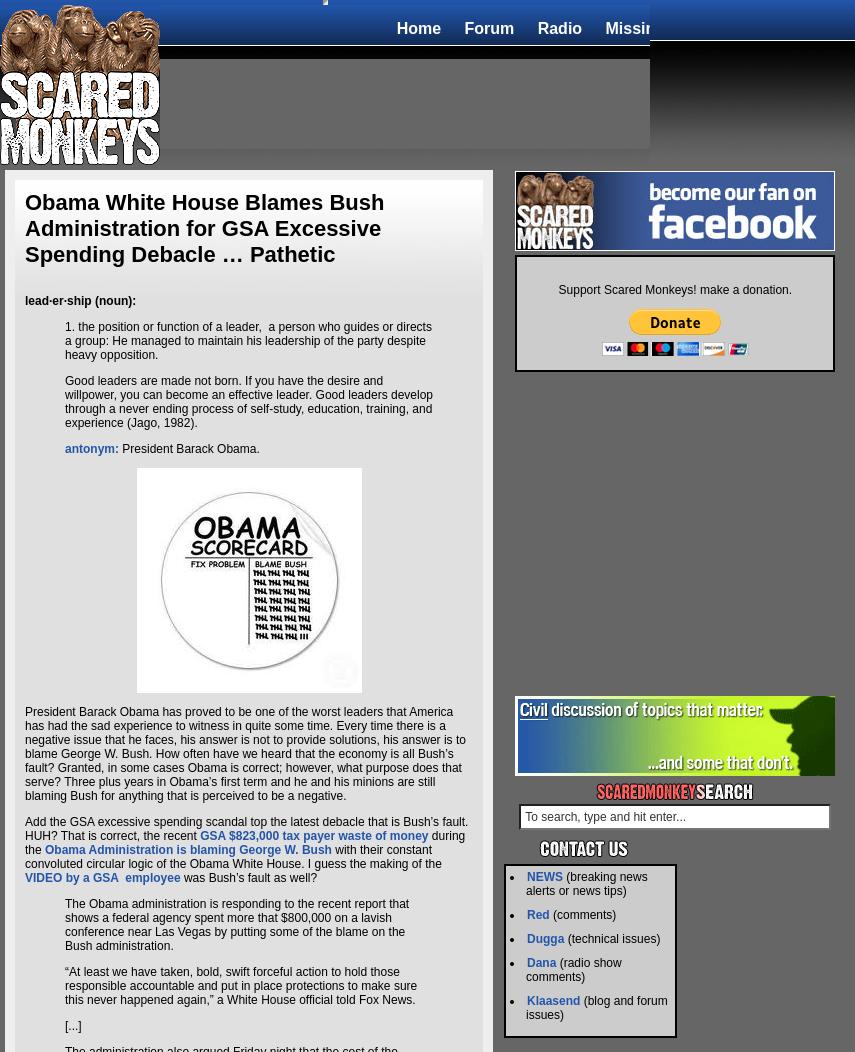 This screenshot has height=1052, width=855. I want to click on 'Crime', so click(776, 27).